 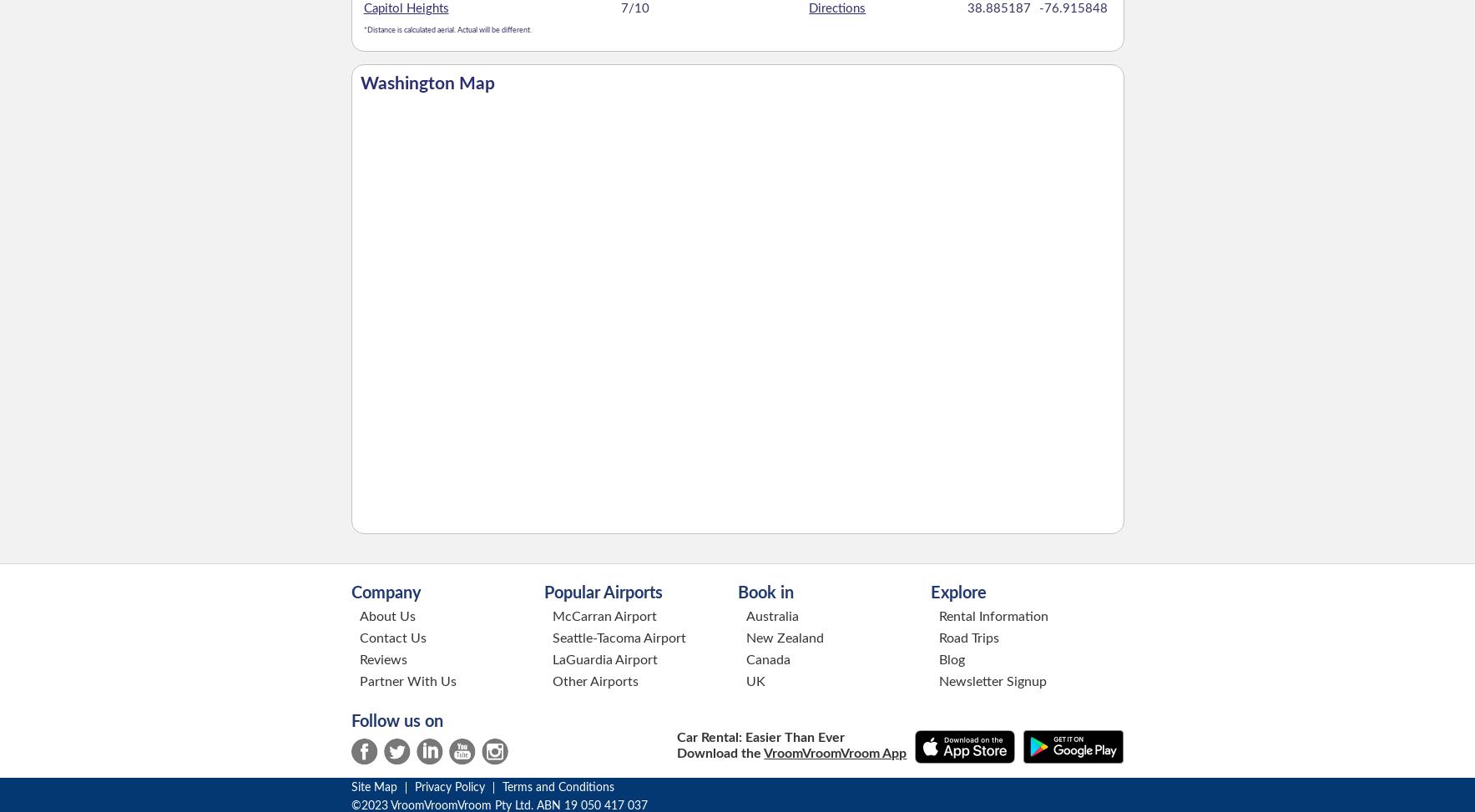 I want to click on 'Washington Map', so click(x=427, y=82).